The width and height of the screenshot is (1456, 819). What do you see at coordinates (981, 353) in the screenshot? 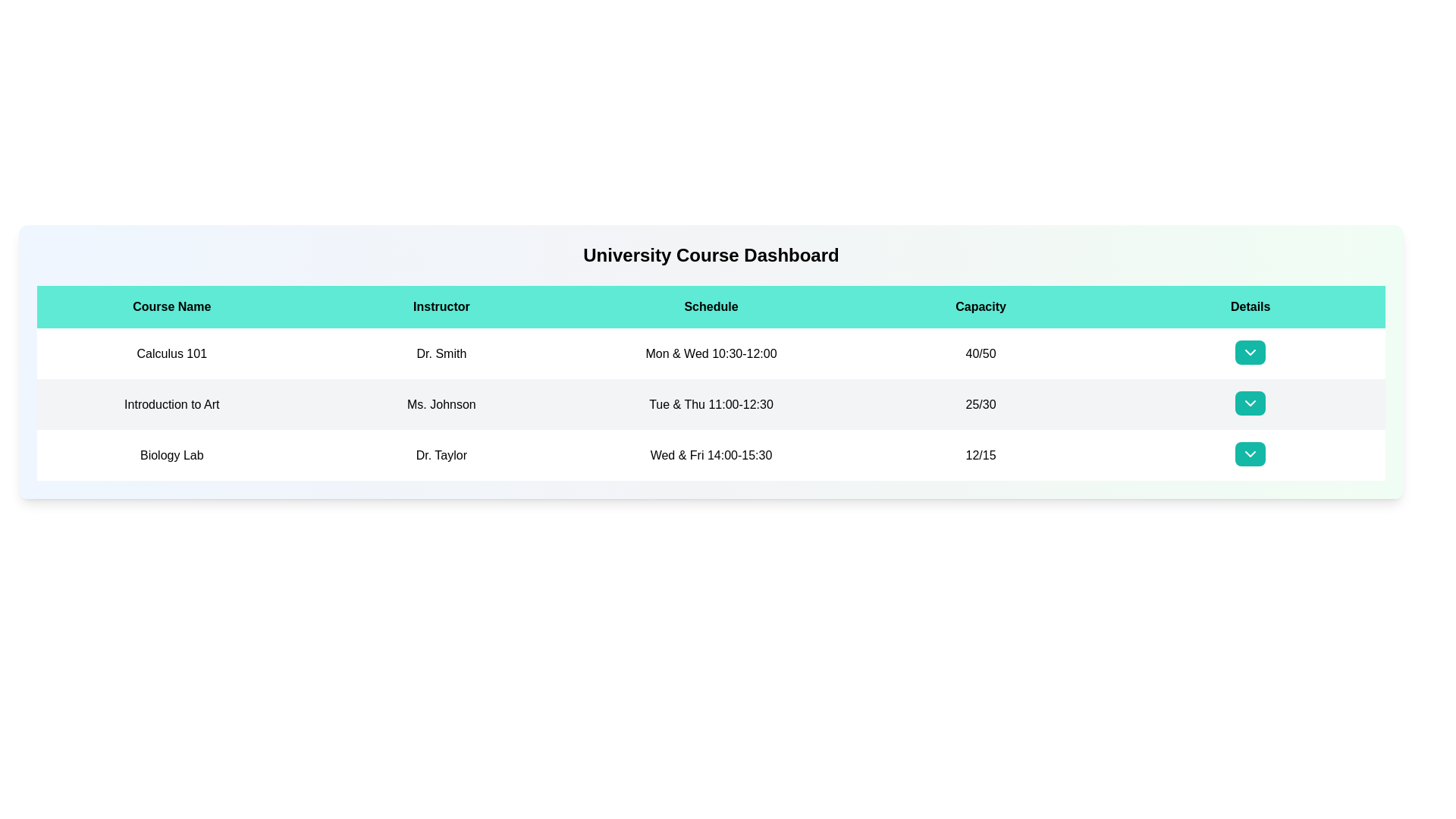
I see `the Text element displaying seat occupancy for 'Calculus 101', which shows that 40 out of 50 seats are occupied` at bounding box center [981, 353].